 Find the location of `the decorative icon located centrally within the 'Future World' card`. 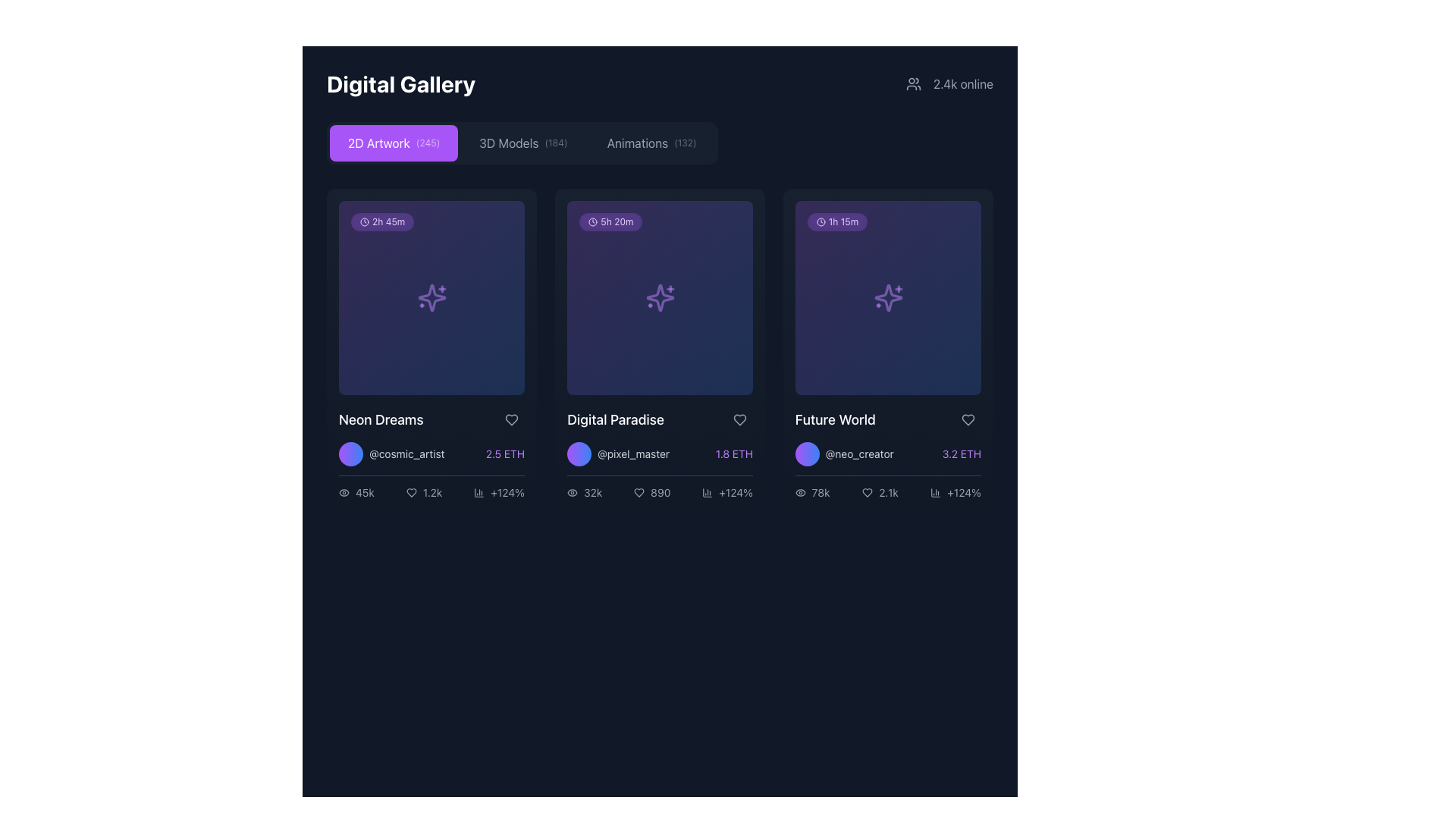

the decorative icon located centrally within the 'Future World' card is located at coordinates (888, 298).